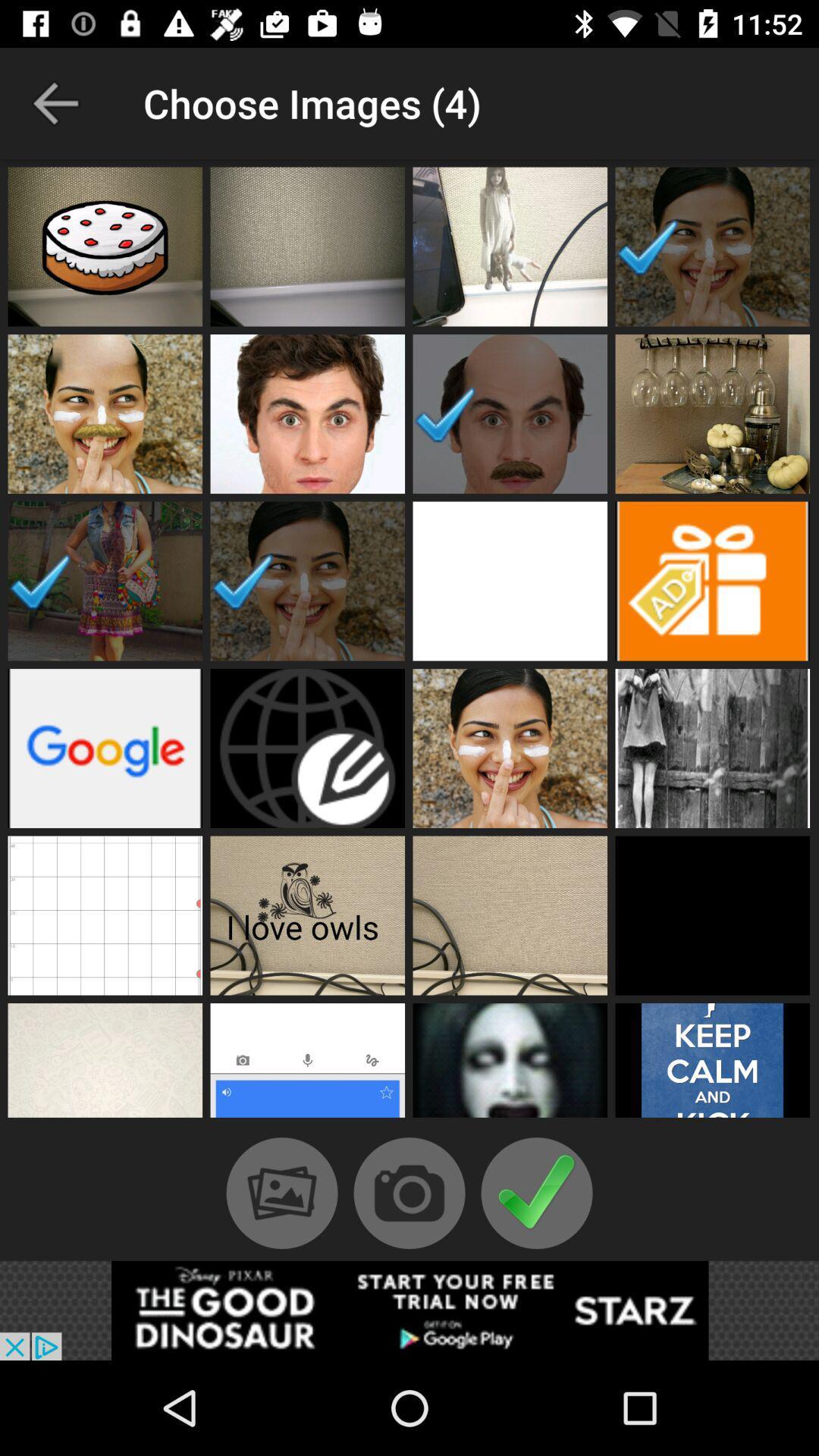  What do you see at coordinates (281, 1192) in the screenshot?
I see `the wallpaper icon` at bounding box center [281, 1192].